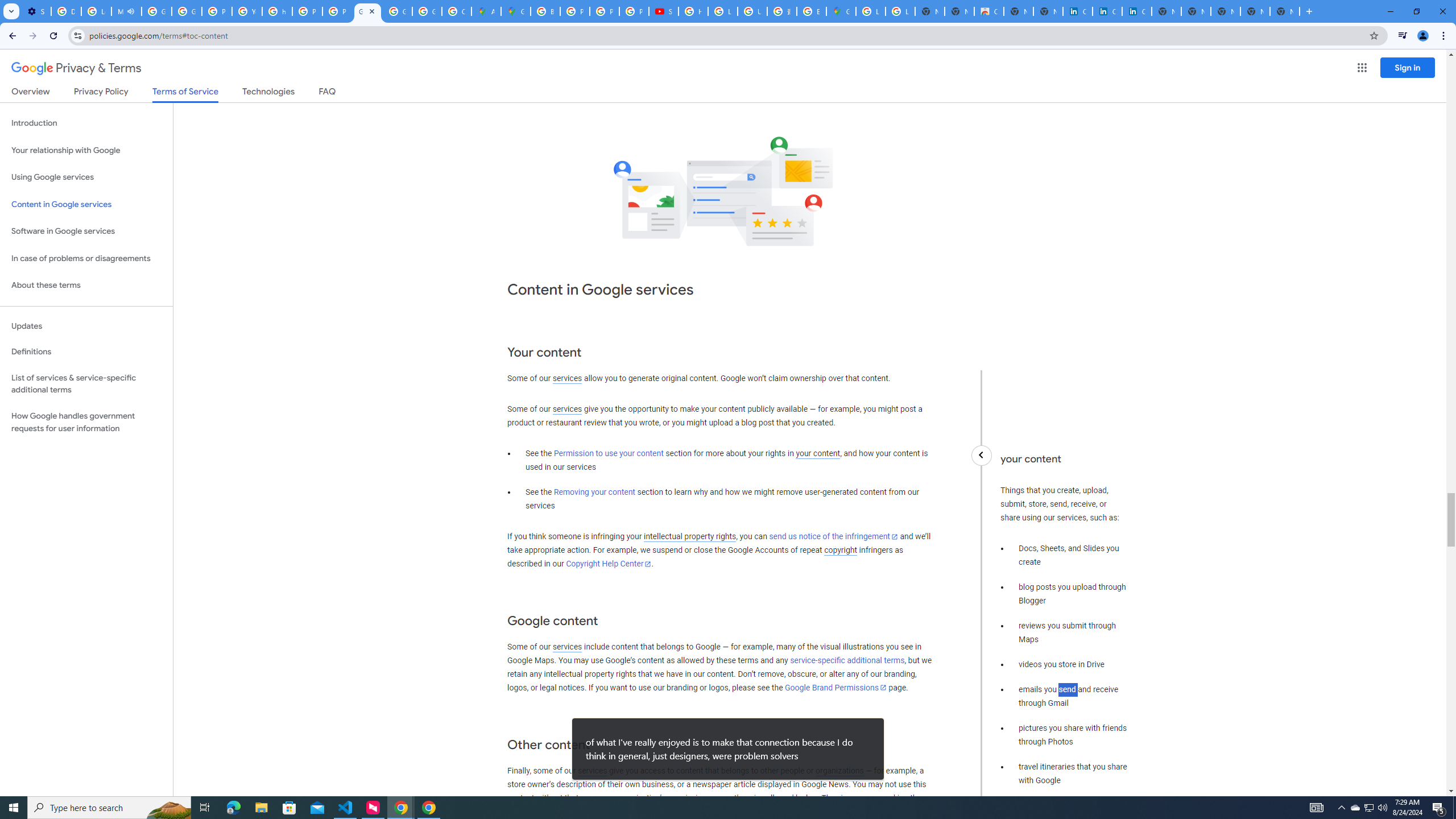  What do you see at coordinates (835, 686) in the screenshot?
I see `'Google Brand Permissions'` at bounding box center [835, 686].